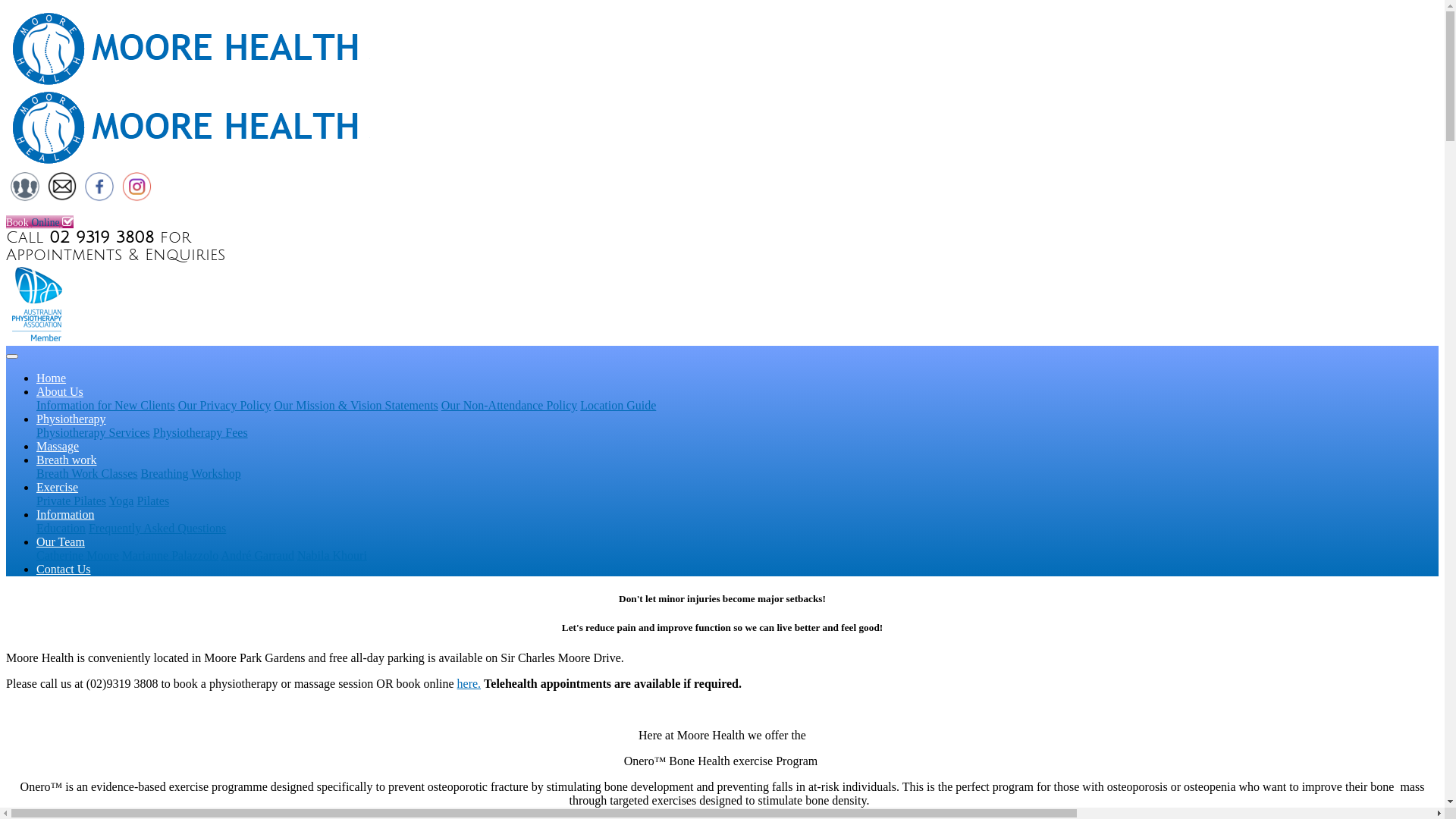 The width and height of the screenshot is (1456, 819). Describe the element at coordinates (58, 445) in the screenshot. I see `'Massage'` at that location.